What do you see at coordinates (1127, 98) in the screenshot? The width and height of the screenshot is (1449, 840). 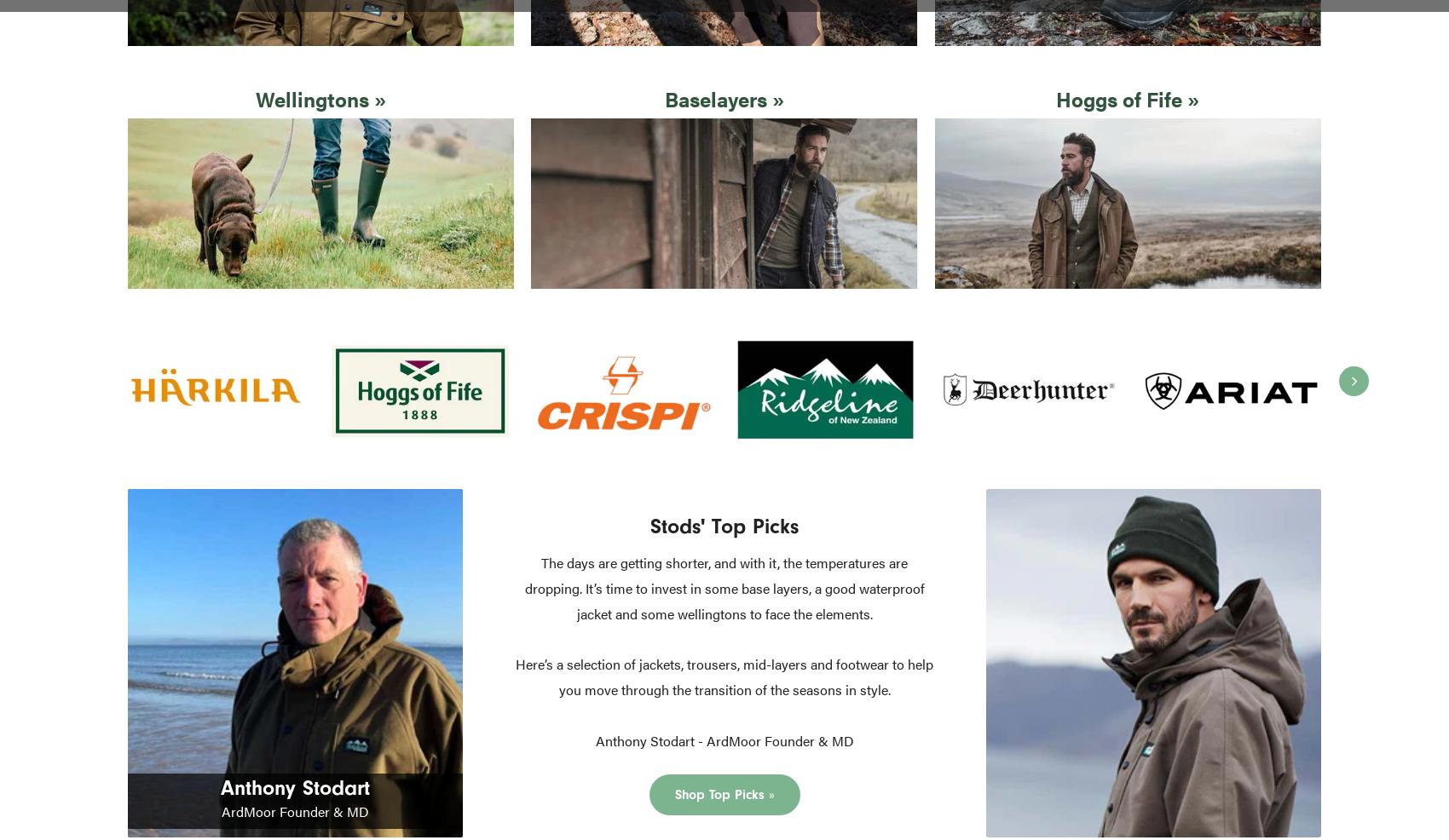 I see `'Hoggs of Fife »'` at bounding box center [1127, 98].